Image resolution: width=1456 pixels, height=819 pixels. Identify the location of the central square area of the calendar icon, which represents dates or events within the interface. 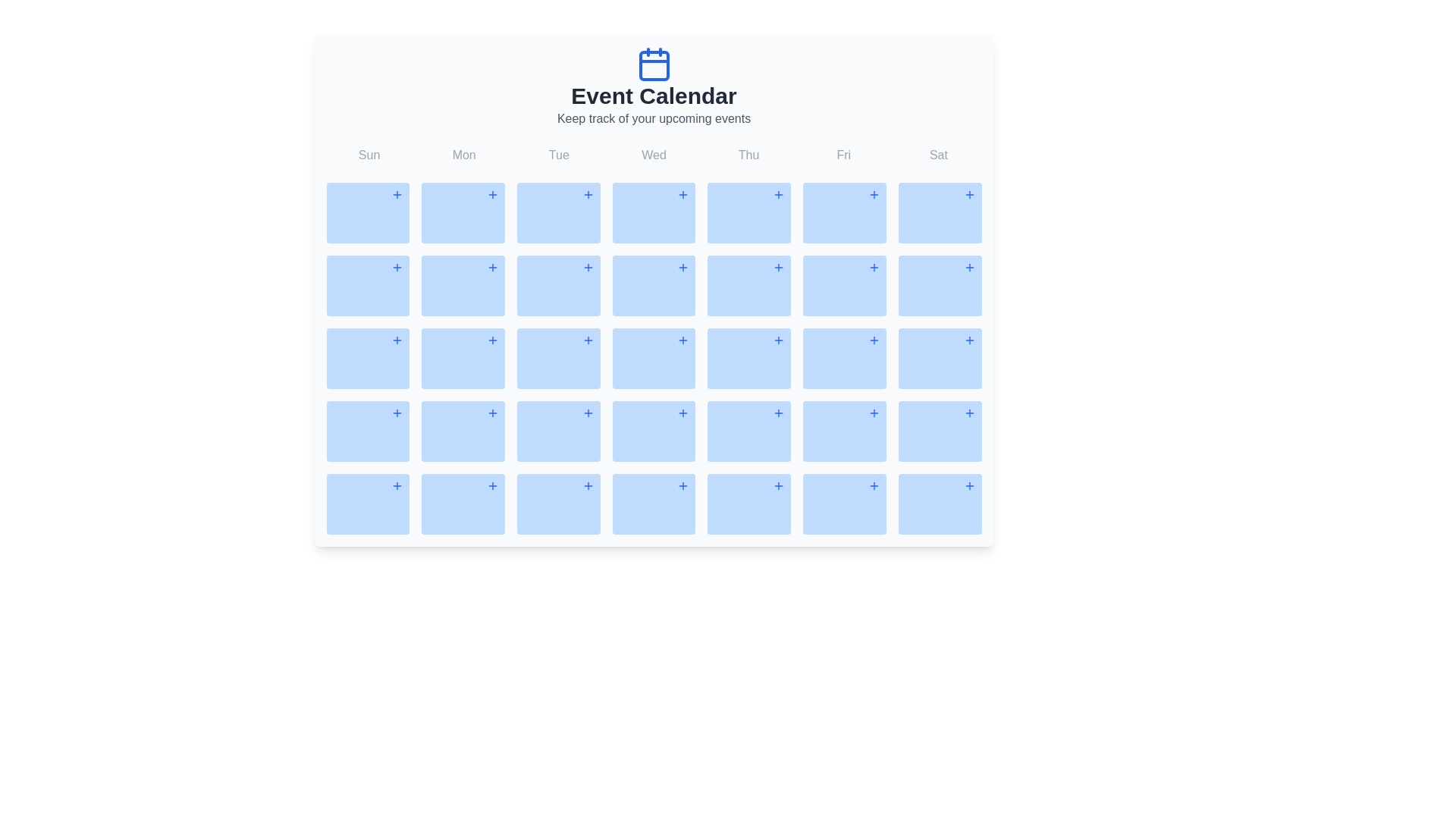
(654, 65).